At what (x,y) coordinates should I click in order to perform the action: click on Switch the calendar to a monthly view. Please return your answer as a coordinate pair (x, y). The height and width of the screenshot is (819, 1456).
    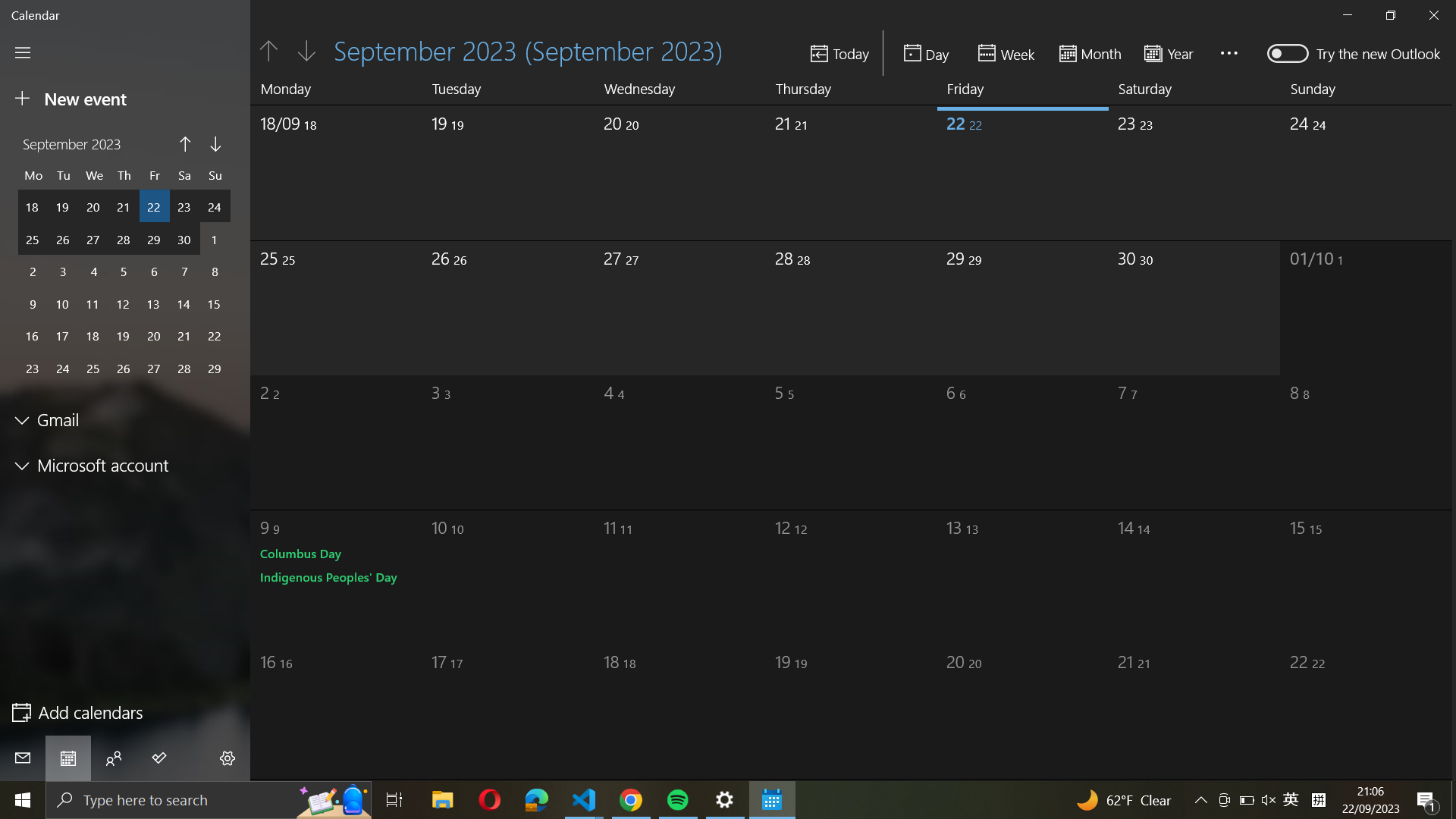
    Looking at the image, I should click on (1090, 52).